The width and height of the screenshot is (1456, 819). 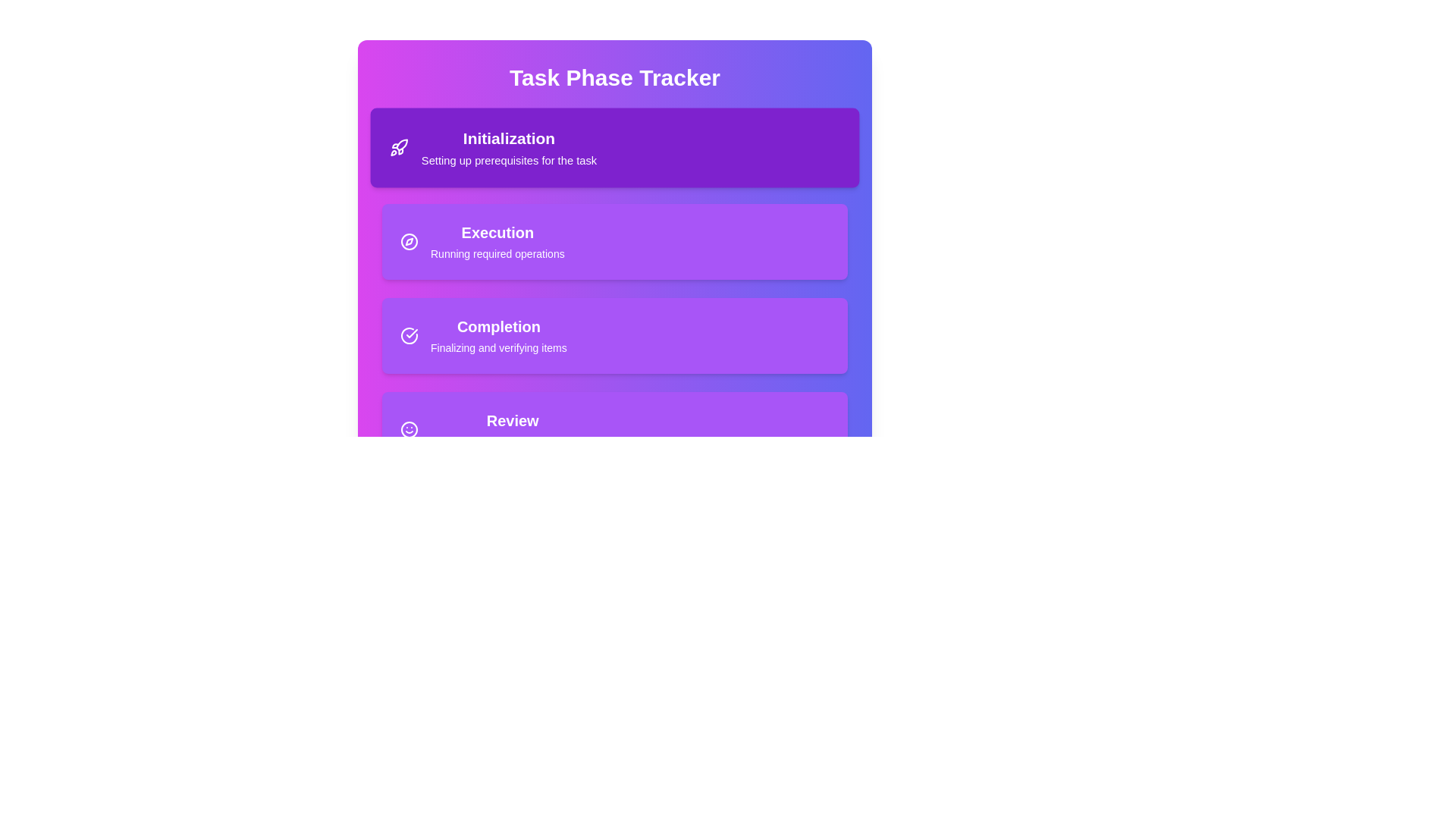 I want to click on the text label that indicates the current phase in the process-oriented interface, which is centrally located in the second section of the vertical list of phase boxes, so click(x=497, y=233).